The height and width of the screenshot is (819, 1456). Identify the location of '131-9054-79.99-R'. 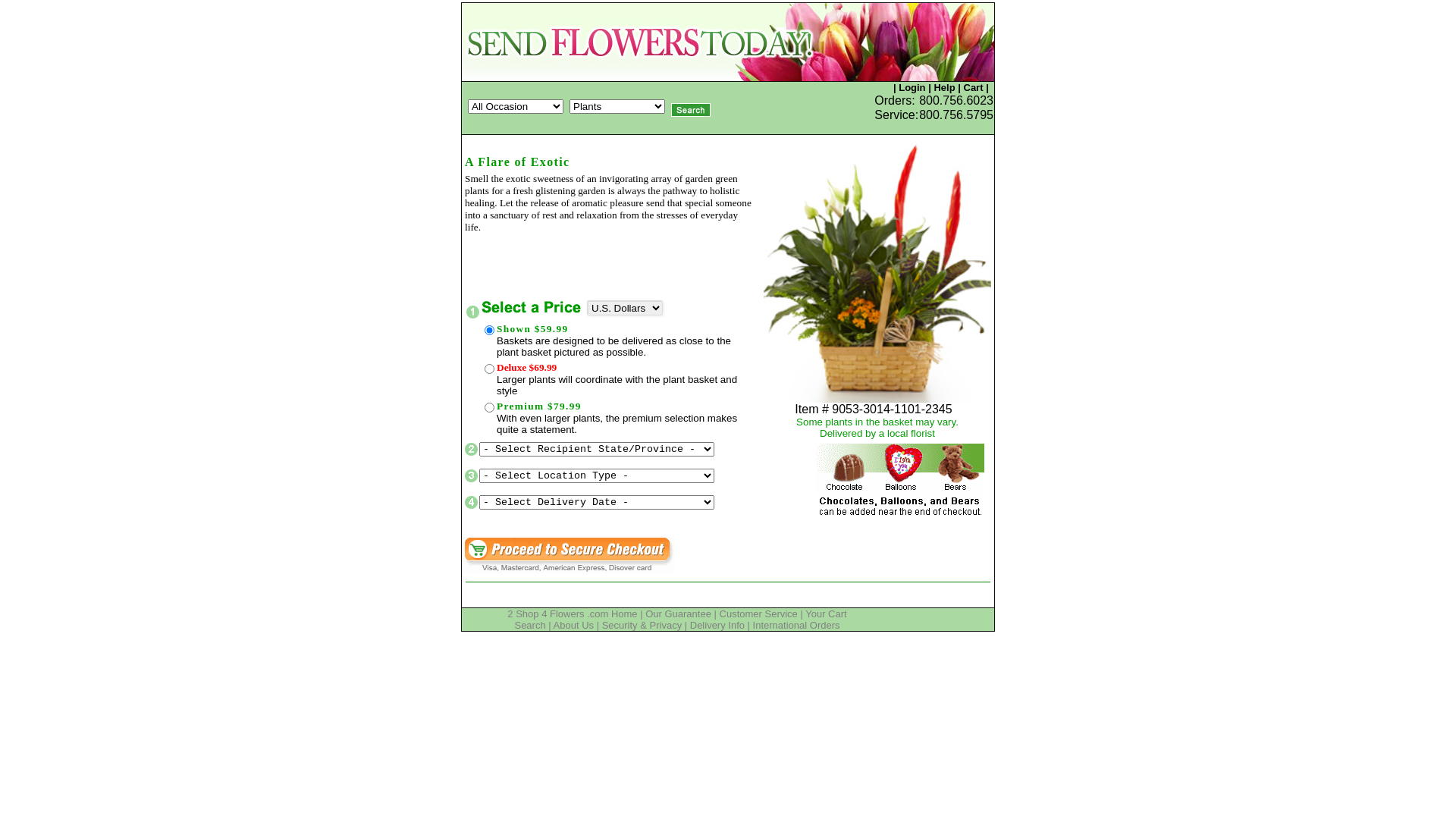
(489, 369).